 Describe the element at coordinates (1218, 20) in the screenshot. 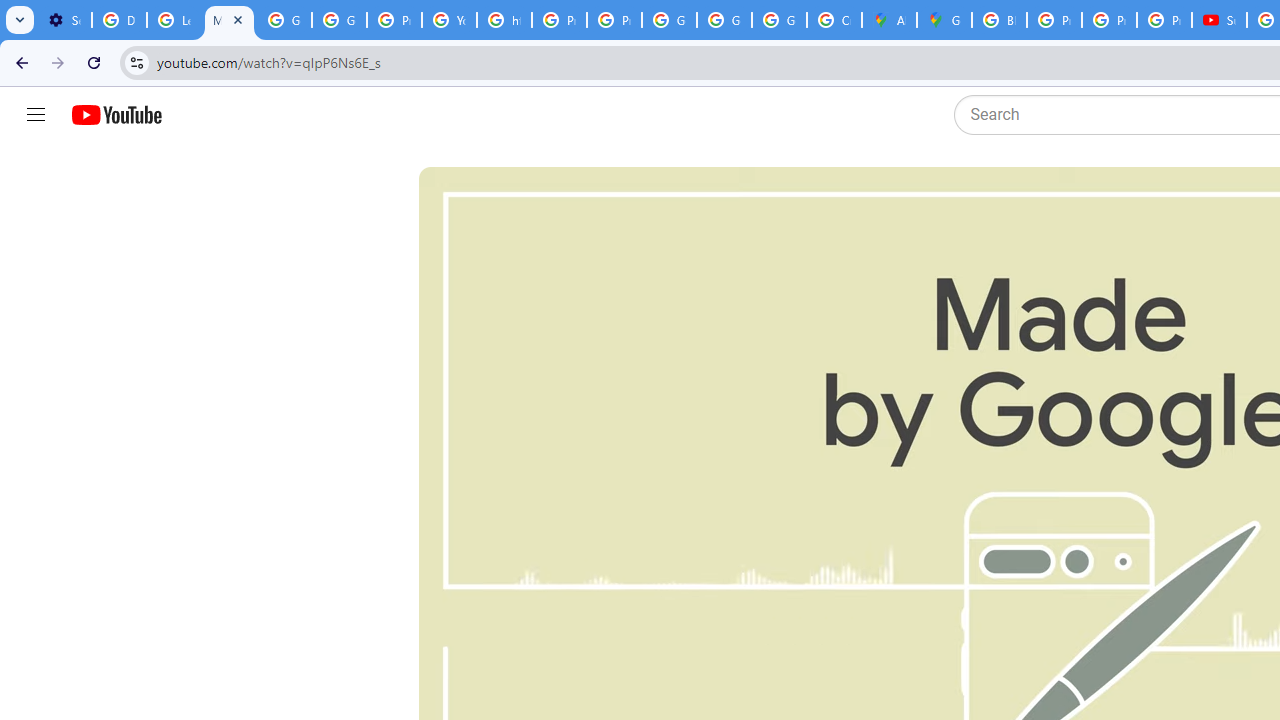

I see `'Subscriptions - YouTube'` at that location.